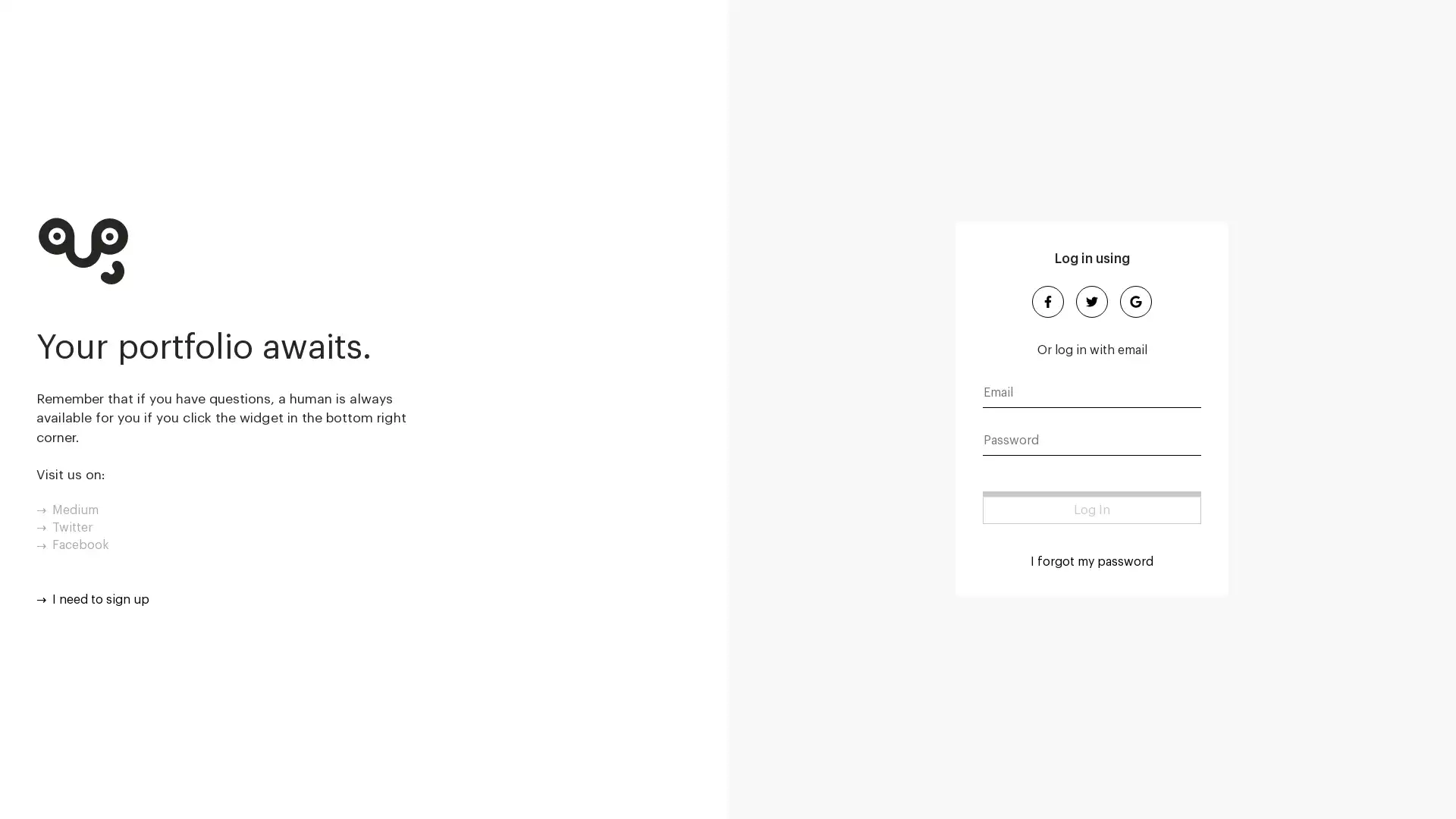 The width and height of the screenshot is (1456, 819). I want to click on Log In, so click(1092, 507).